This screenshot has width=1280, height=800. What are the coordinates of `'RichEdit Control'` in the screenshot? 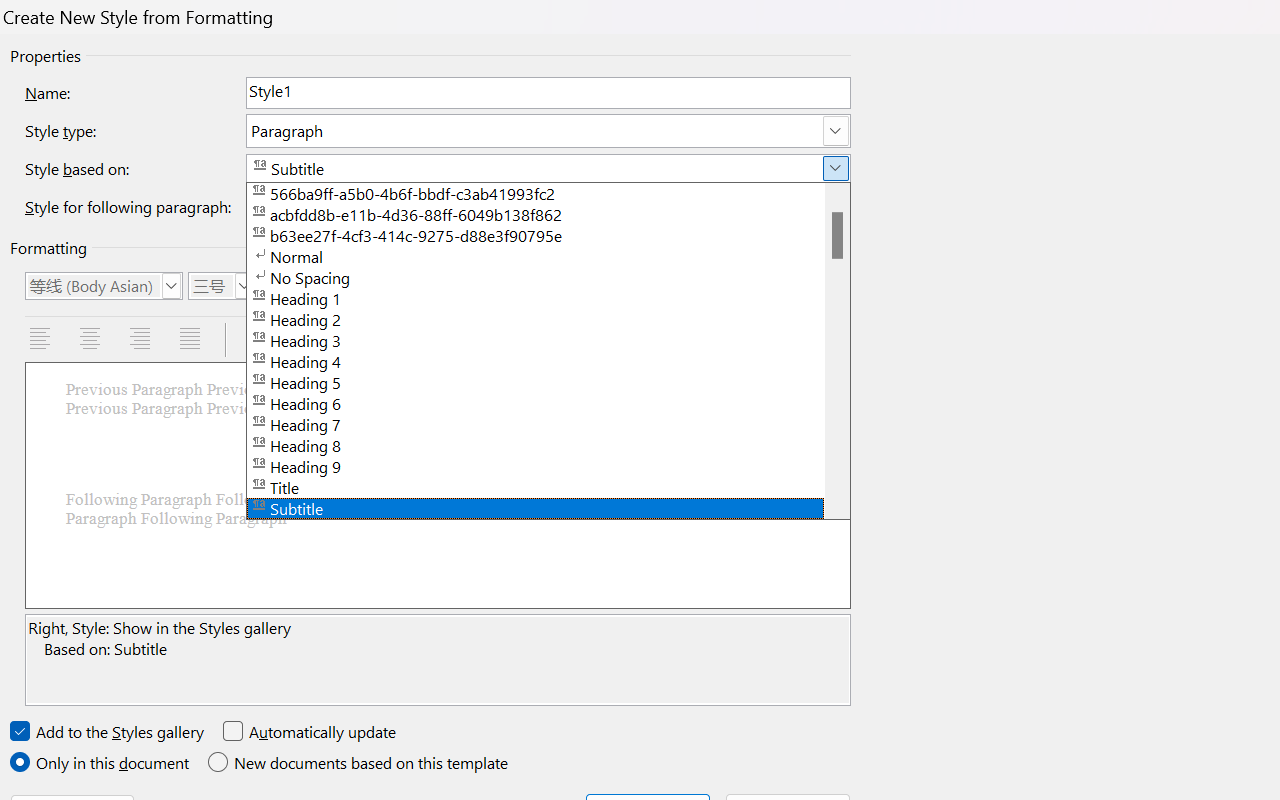 It's located at (548, 92).